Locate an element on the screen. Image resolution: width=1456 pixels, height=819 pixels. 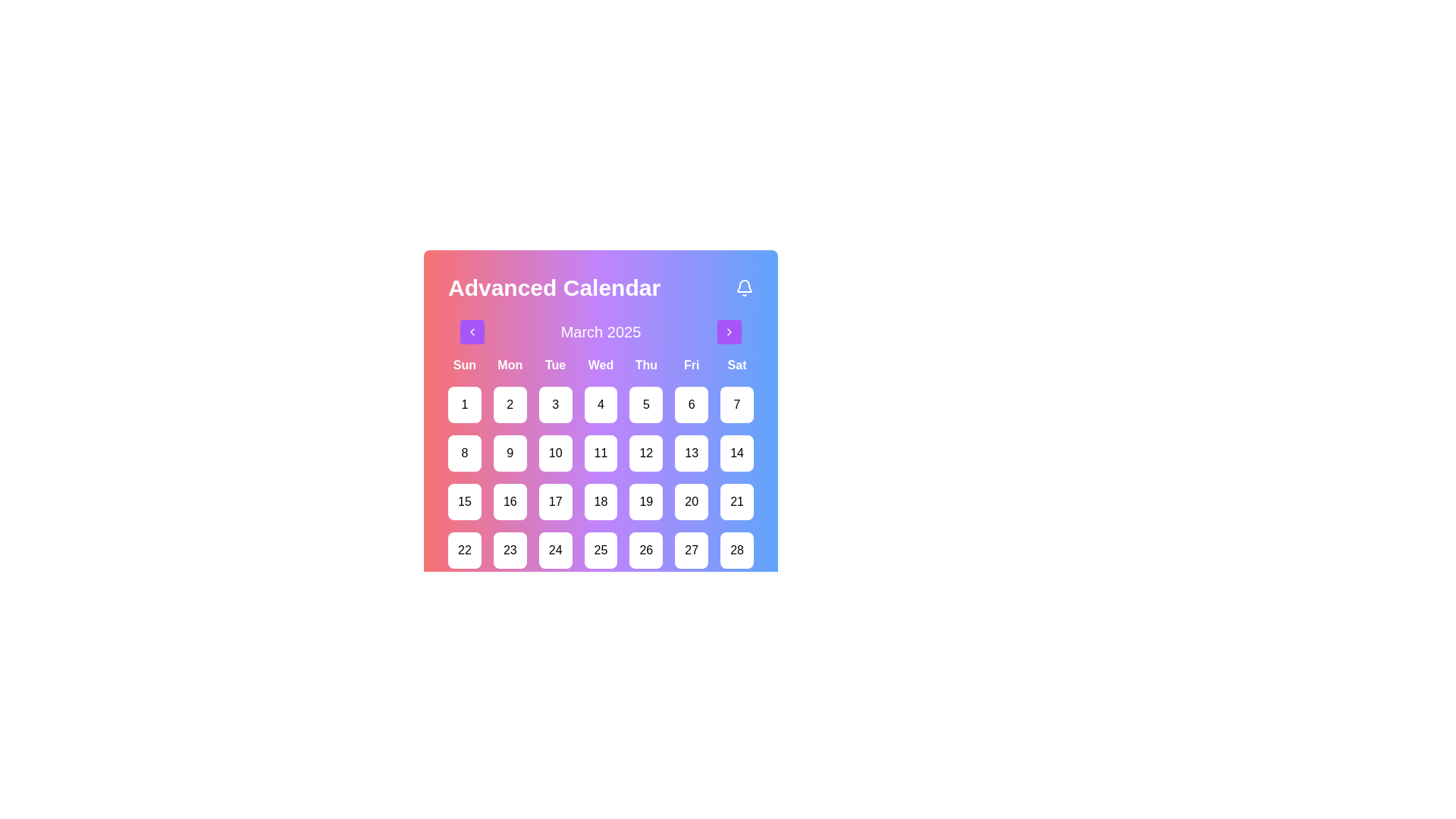
the button representing the calendar date '9' in the calendar grid under the 'Mon' column is located at coordinates (510, 452).